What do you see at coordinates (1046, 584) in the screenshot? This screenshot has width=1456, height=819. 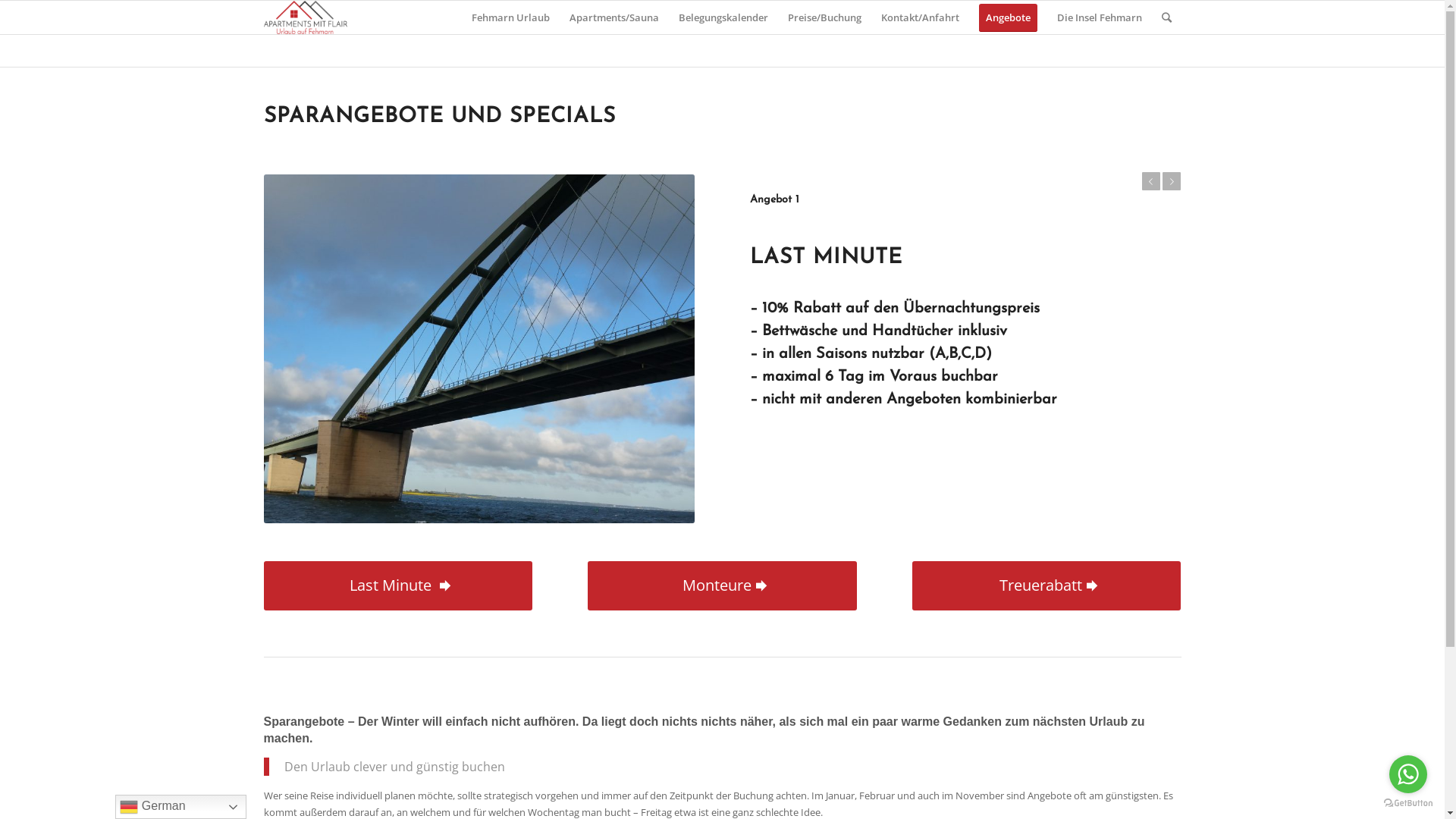 I see `'Treuerabatt'` at bounding box center [1046, 584].